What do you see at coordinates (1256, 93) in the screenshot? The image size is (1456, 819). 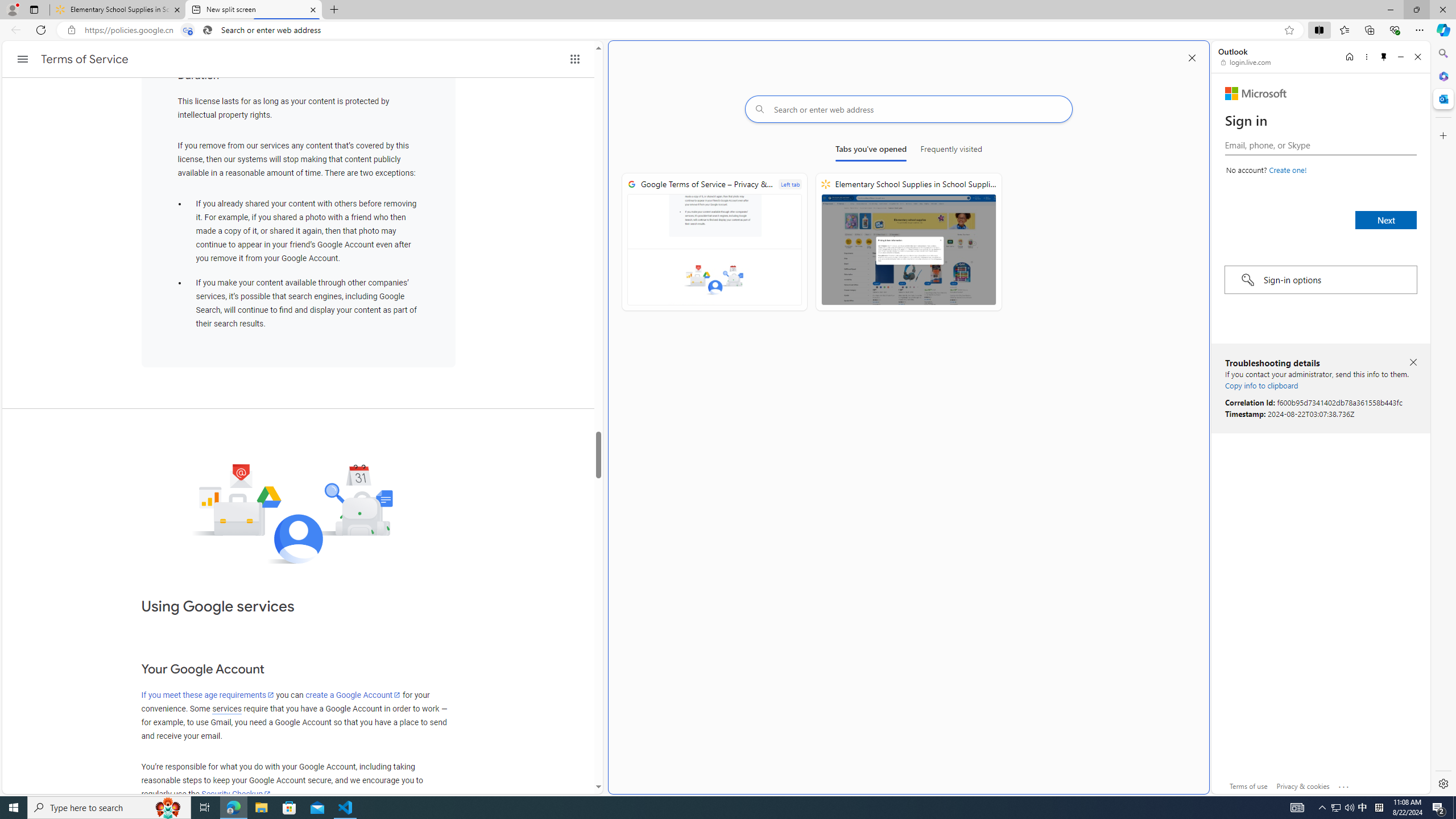 I see `'Microsoft'` at bounding box center [1256, 93].